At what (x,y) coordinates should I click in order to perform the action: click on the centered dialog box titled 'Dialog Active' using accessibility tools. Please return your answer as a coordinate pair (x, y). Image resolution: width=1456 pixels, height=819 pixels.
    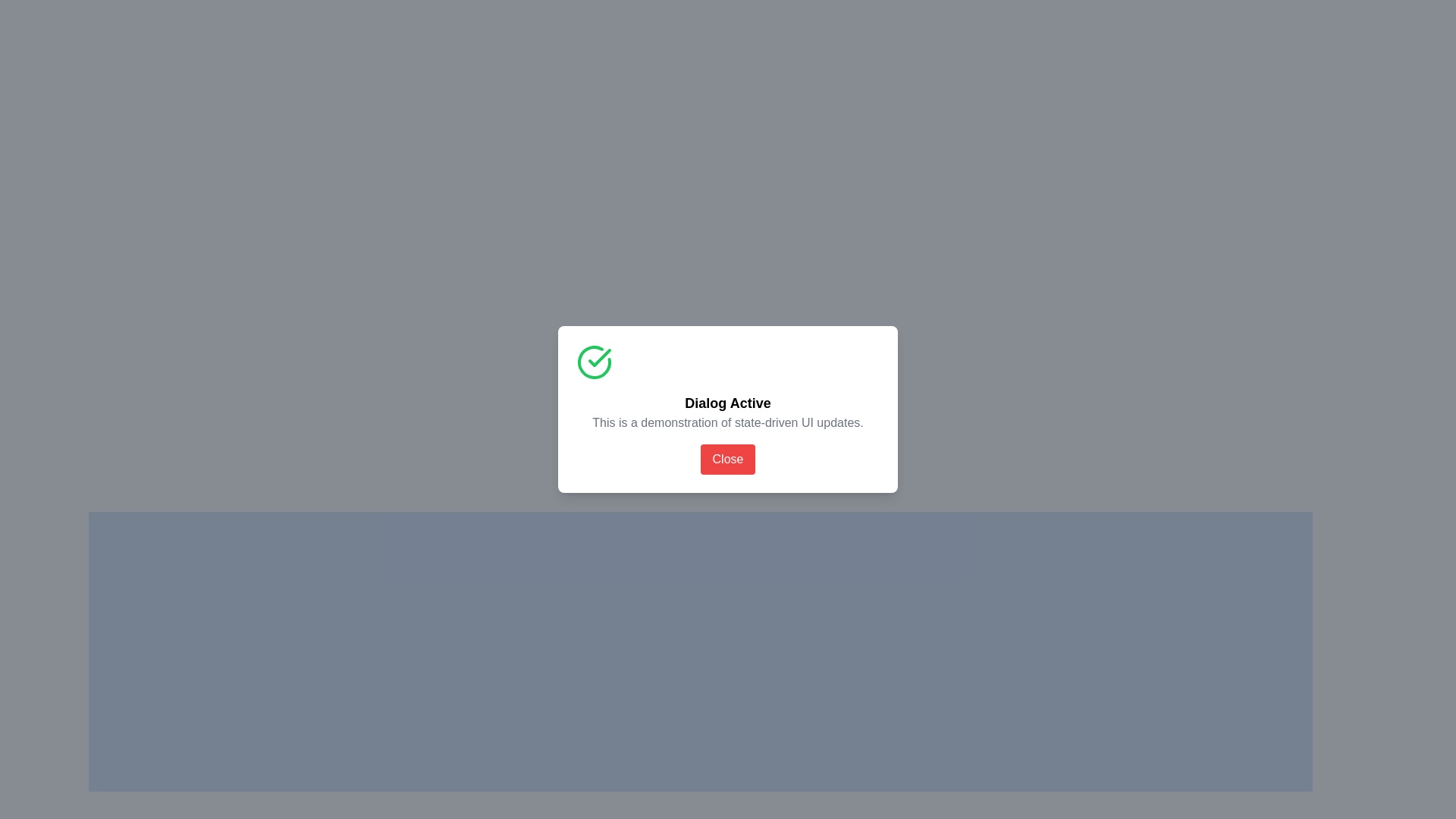
    Looking at the image, I should click on (728, 409).